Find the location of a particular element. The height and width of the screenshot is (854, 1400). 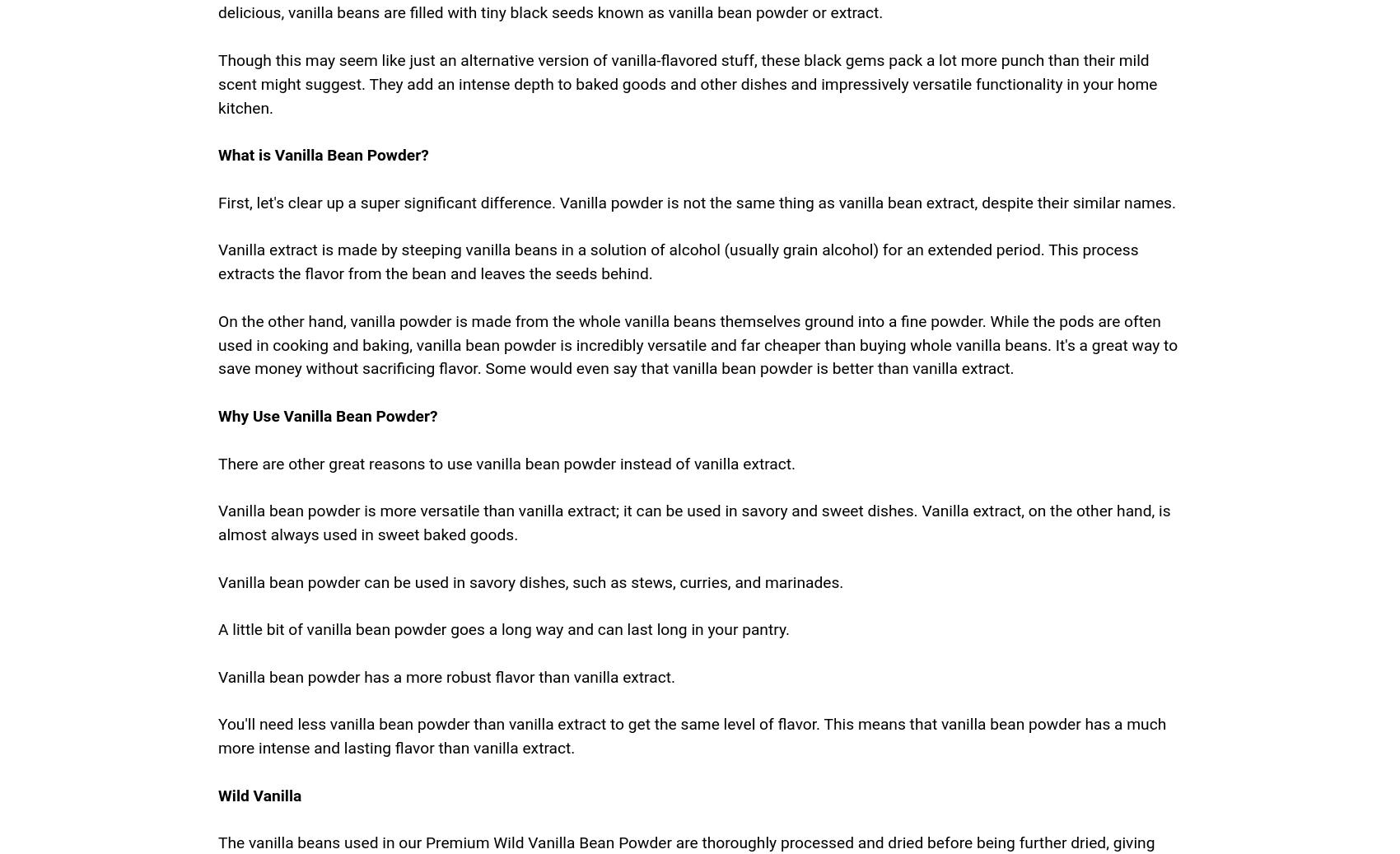

'Vanilla bean powder is more versatile than vanilla extract; it can be used in savory and sweet dishes. Vanilla extract, on the other hand, is almost always used in sweet baked goods.' is located at coordinates (693, 522).